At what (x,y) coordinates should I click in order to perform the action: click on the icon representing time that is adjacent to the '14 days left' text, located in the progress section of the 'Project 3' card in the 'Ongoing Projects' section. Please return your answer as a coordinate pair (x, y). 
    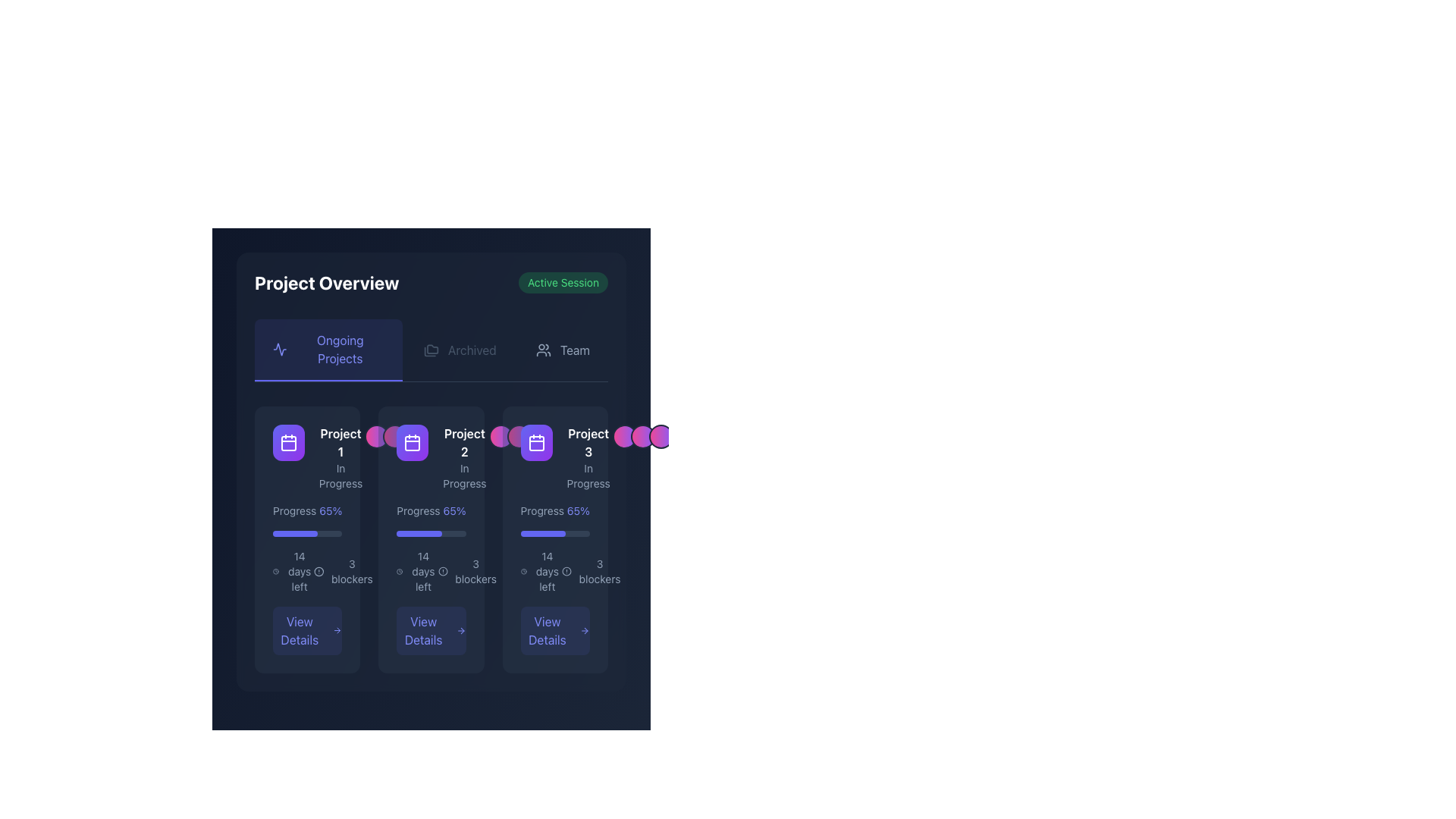
    Looking at the image, I should click on (523, 571).